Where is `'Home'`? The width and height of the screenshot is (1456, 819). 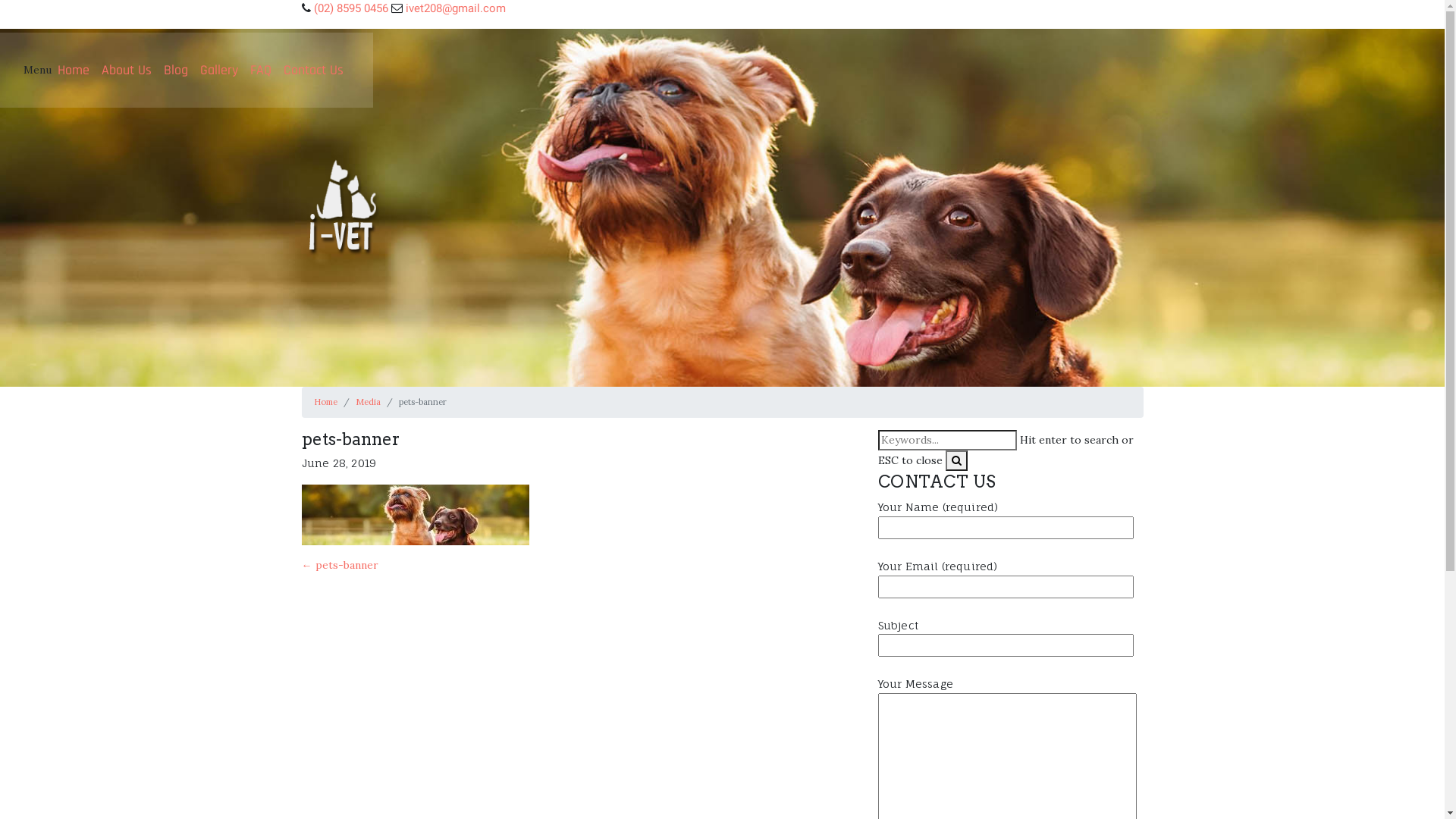 'Home' is located at coordinates (312, 400).